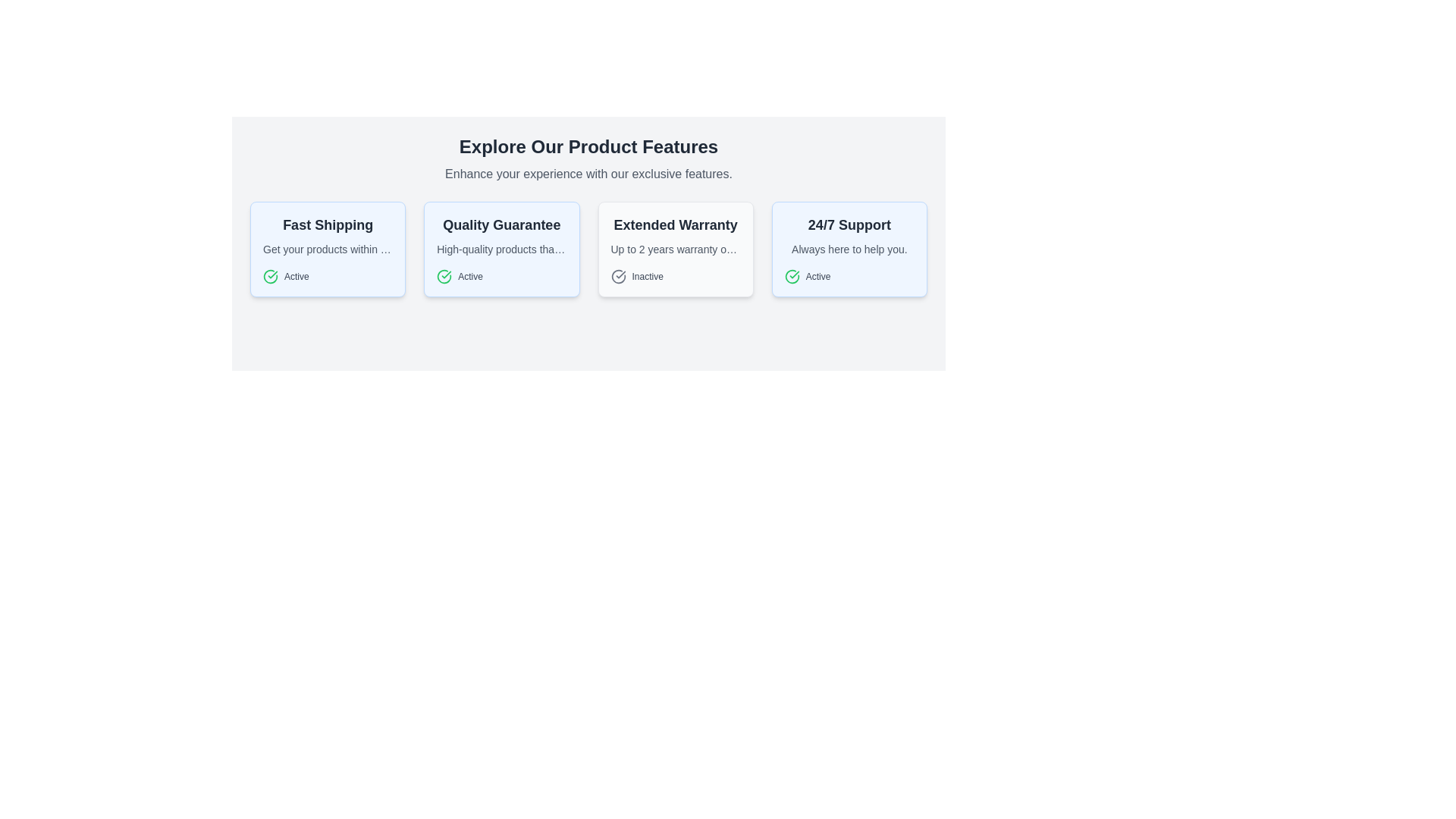  I want to click on text of the status label indicating 'Active' located within the 'Fast Shipping' card, positioned to the right of the green checkmark icon, so click(297, 277).